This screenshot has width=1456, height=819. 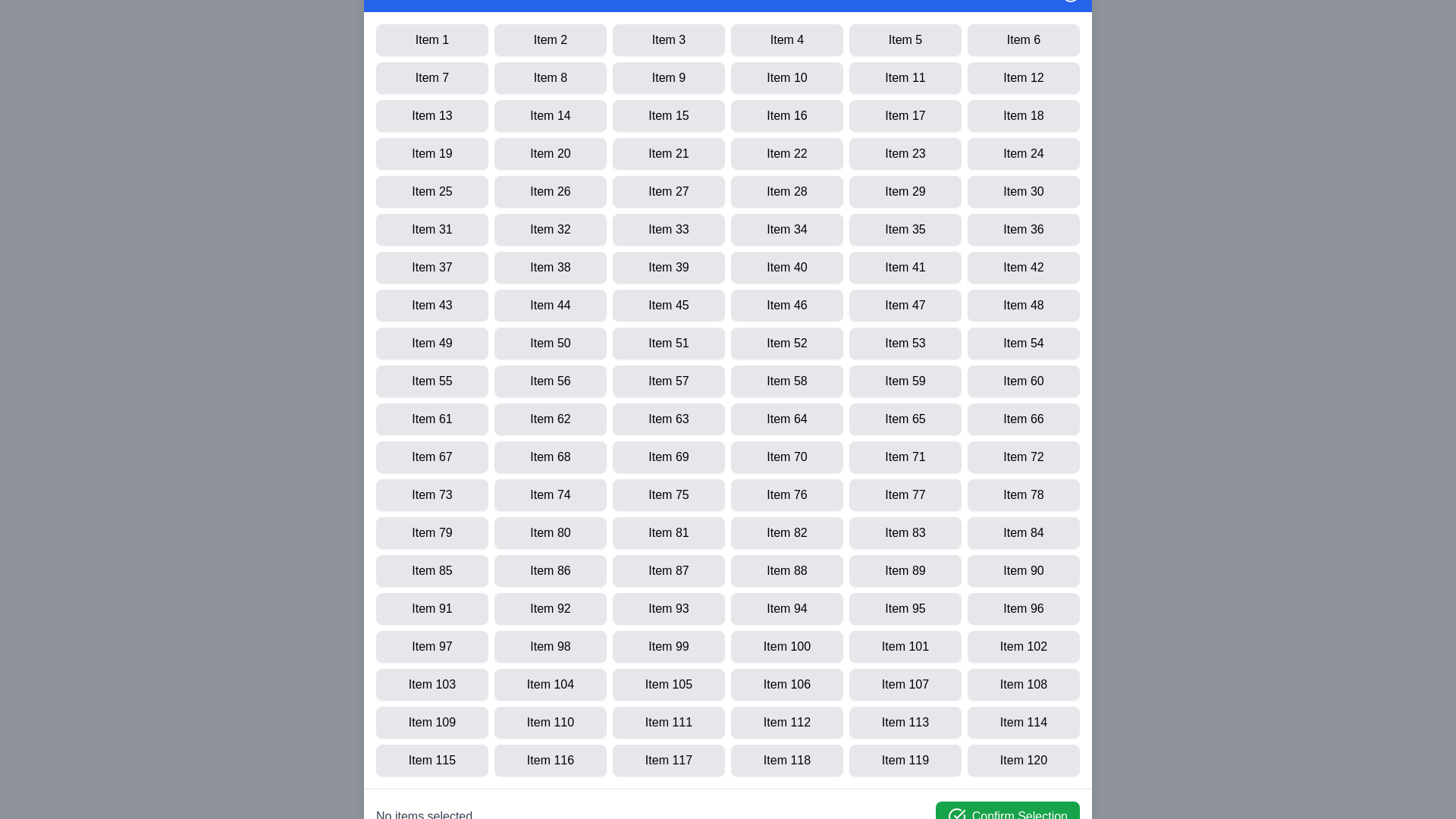 I want to click on 'Confirm Selection' button to finalize the selected items, so click(x=1007, y=815).